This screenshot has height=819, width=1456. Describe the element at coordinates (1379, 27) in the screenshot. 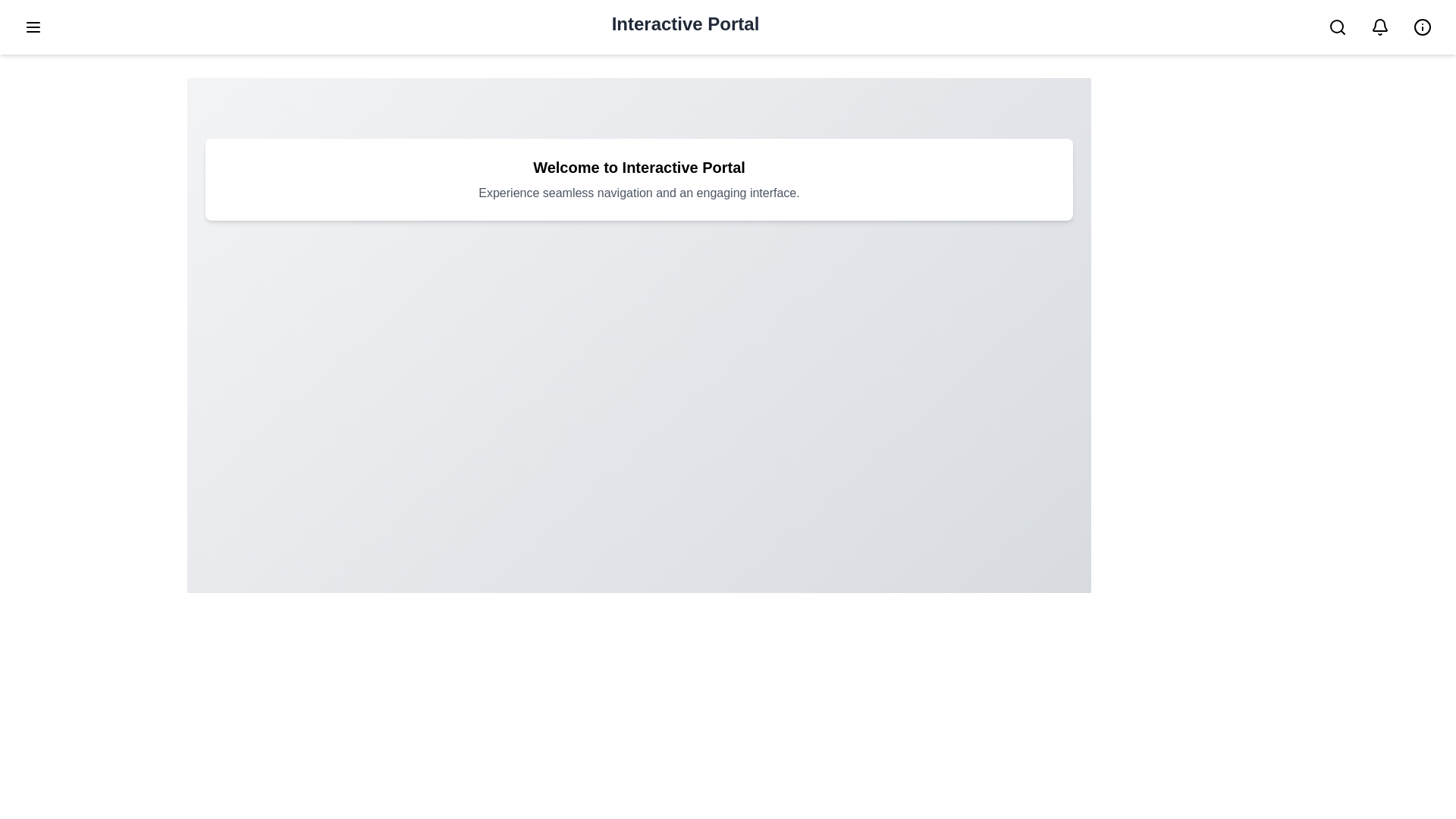

I see `the Bell button in the navigation bar` at that location.